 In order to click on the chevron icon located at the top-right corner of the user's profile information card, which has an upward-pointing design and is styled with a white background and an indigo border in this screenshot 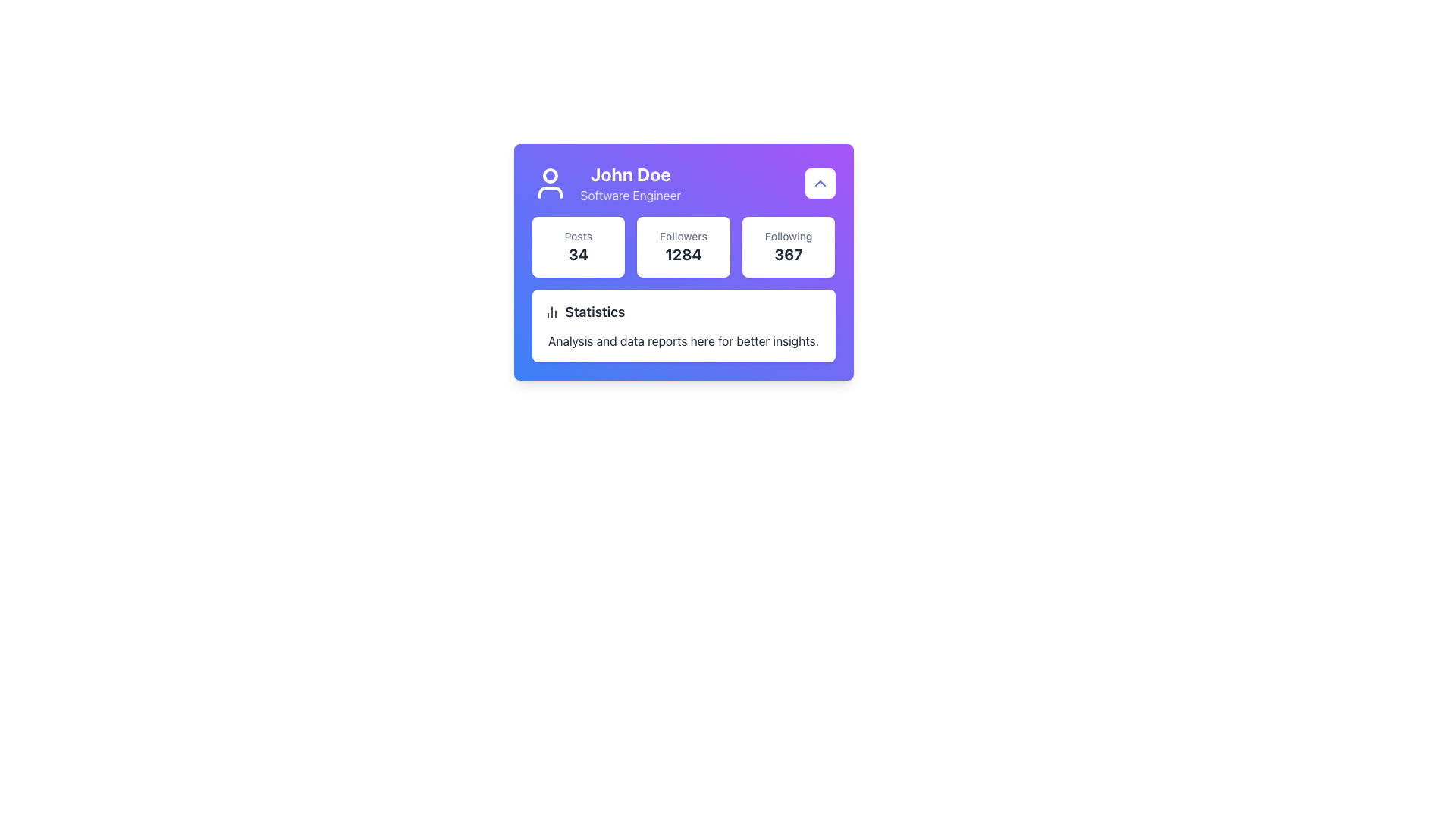, I will do `click(819, 183)`.